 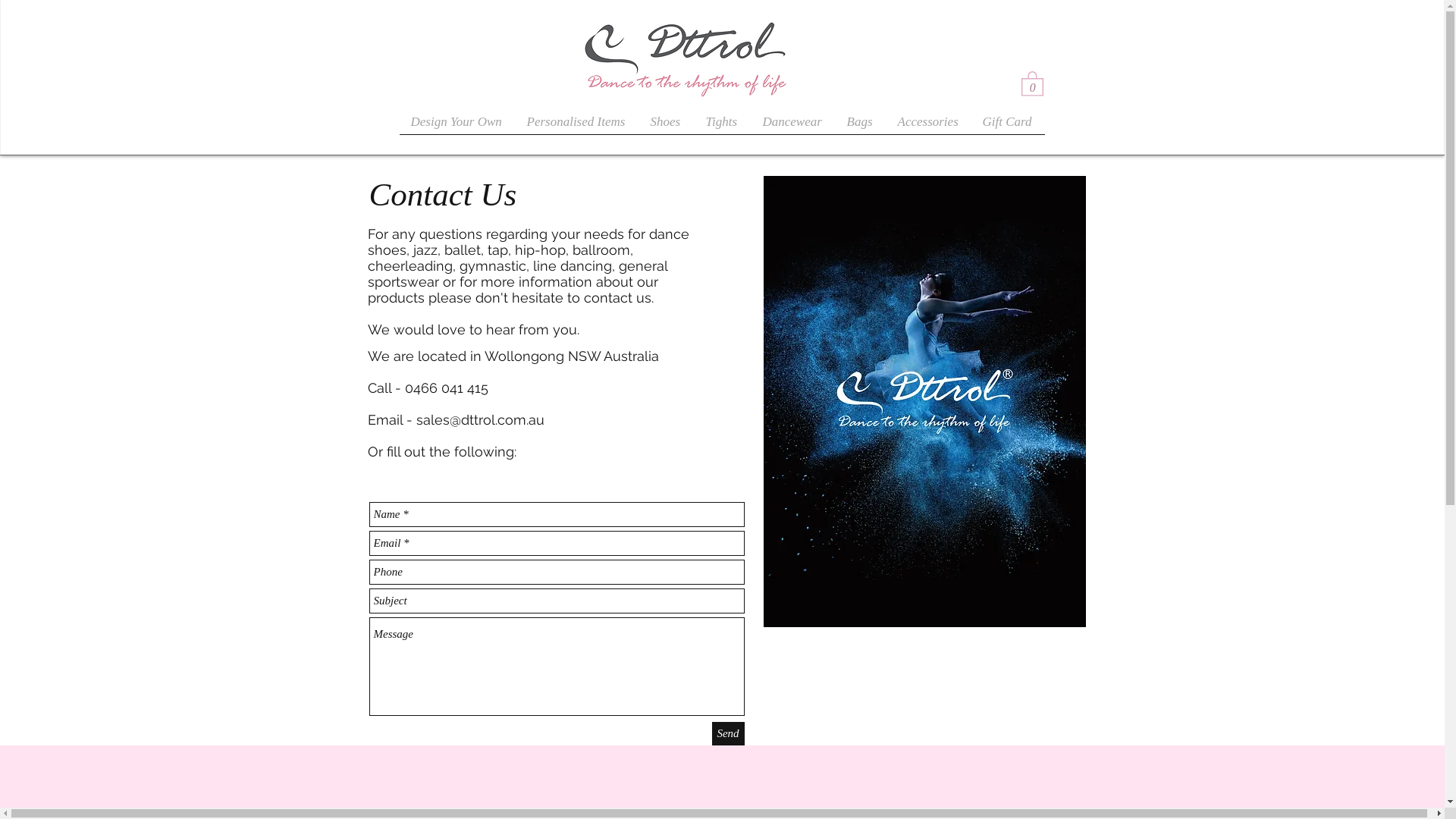 What do you see at coordinates (861, 125) in the screenshot?
I see `'Bags'` at bounding box center [861, 125].